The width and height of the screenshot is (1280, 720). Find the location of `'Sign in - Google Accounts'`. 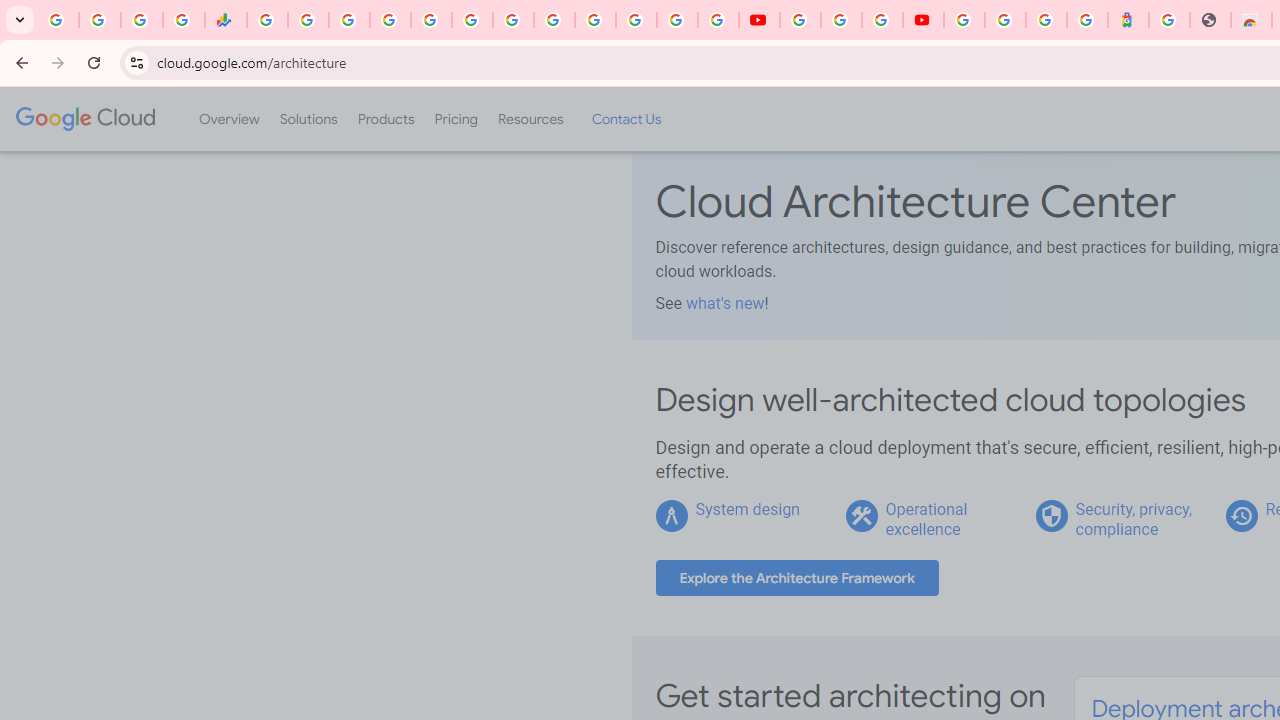

'Sign in - Google Accounts' is located at coordinates (964, 20).